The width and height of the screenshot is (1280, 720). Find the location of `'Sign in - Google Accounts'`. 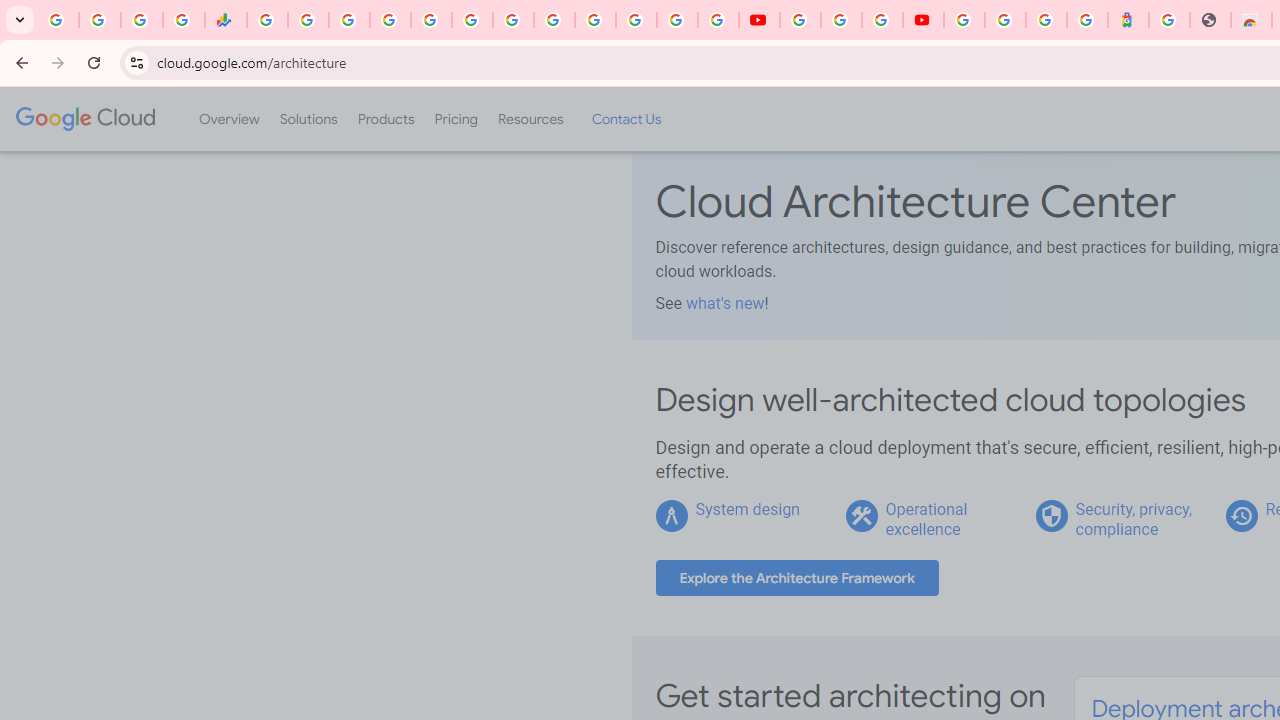

'Sign in - Google Accounts' is located at coordinates (964, 20).